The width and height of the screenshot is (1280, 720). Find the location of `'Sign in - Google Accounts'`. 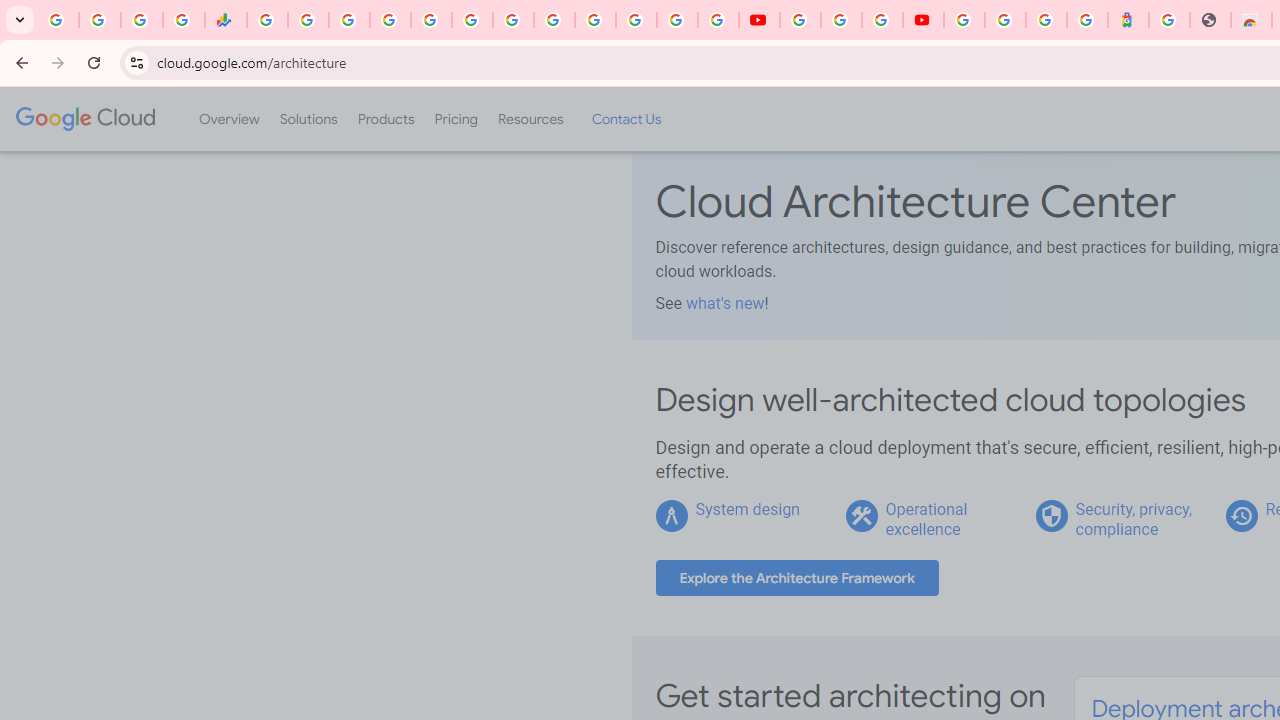

'Sign in - Google Accounts' is located at coordinates (964, 20).